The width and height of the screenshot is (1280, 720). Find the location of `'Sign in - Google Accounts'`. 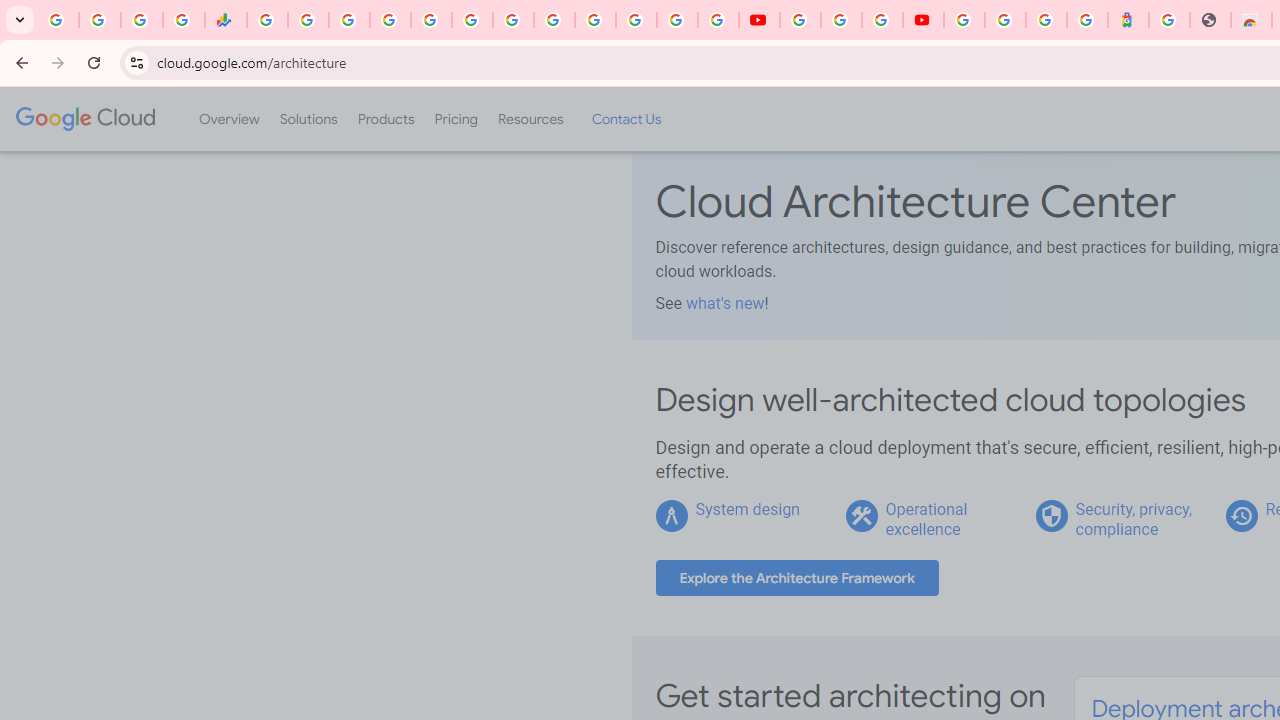

'Sign in - Google Accounts' is located at coordinates (964, 20).